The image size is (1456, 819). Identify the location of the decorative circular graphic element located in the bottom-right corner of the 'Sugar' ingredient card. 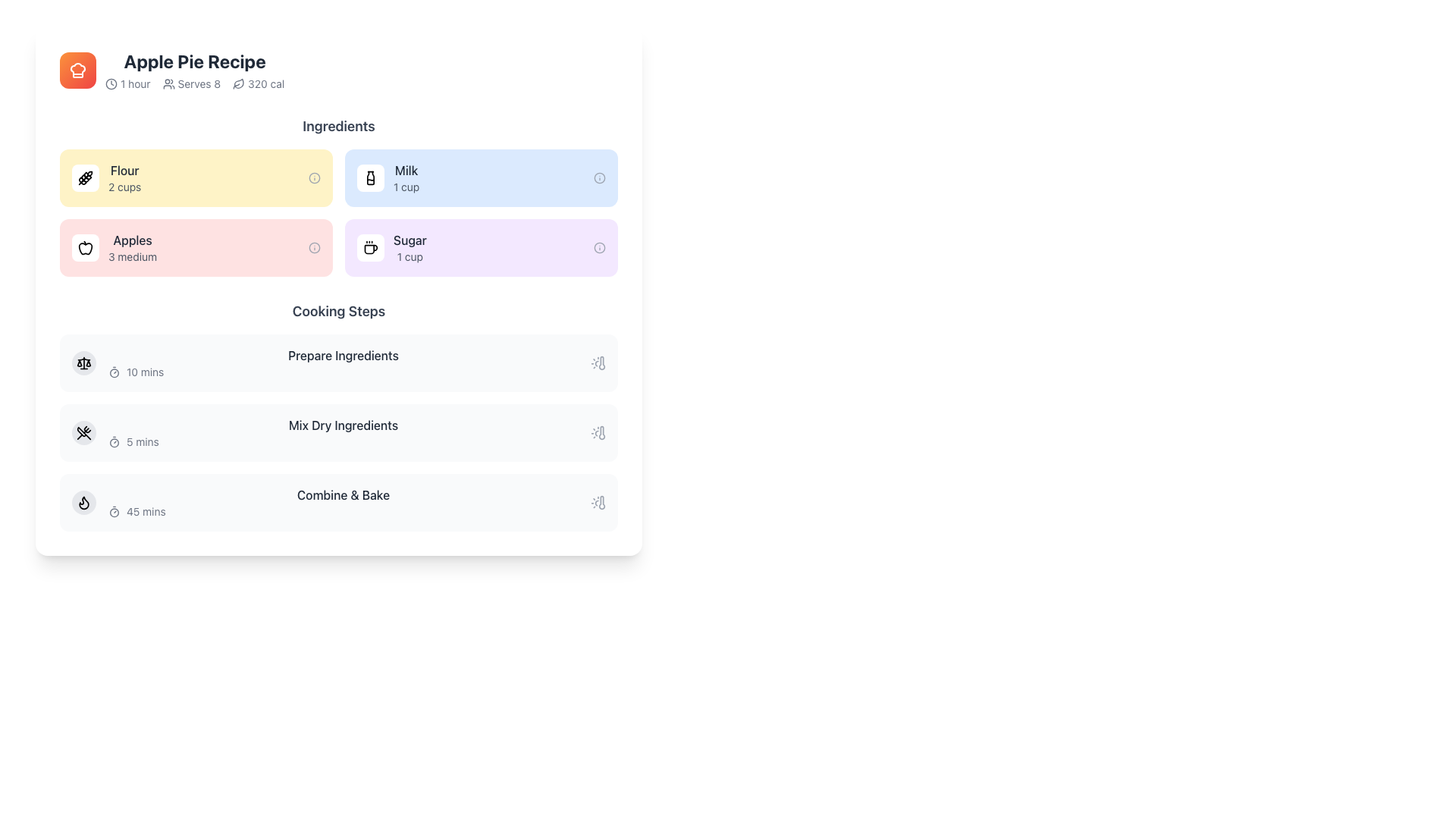
(599, 247).